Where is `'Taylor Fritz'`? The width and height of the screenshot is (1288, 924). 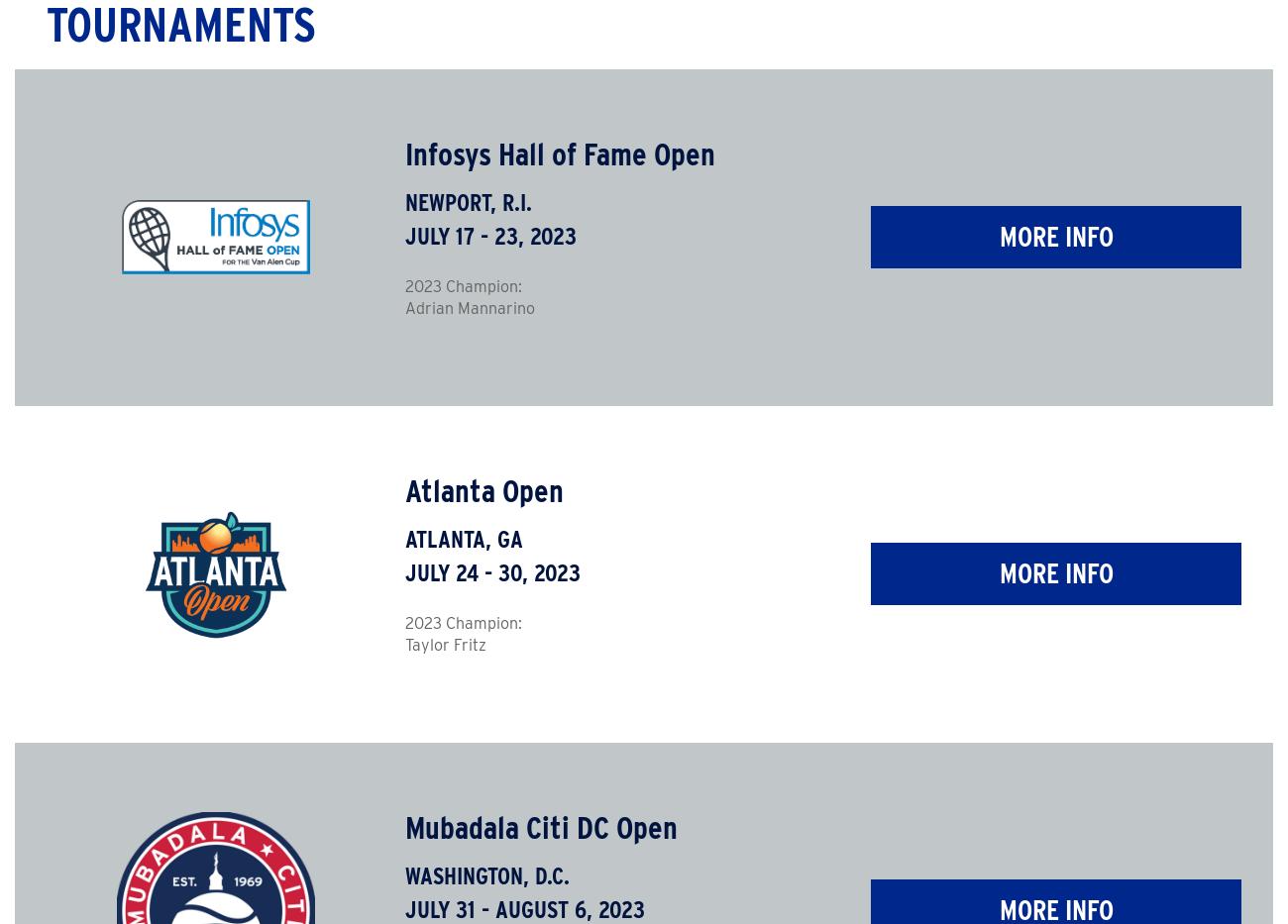
'Taylor Fritz' is located at coordinates (444, 644).